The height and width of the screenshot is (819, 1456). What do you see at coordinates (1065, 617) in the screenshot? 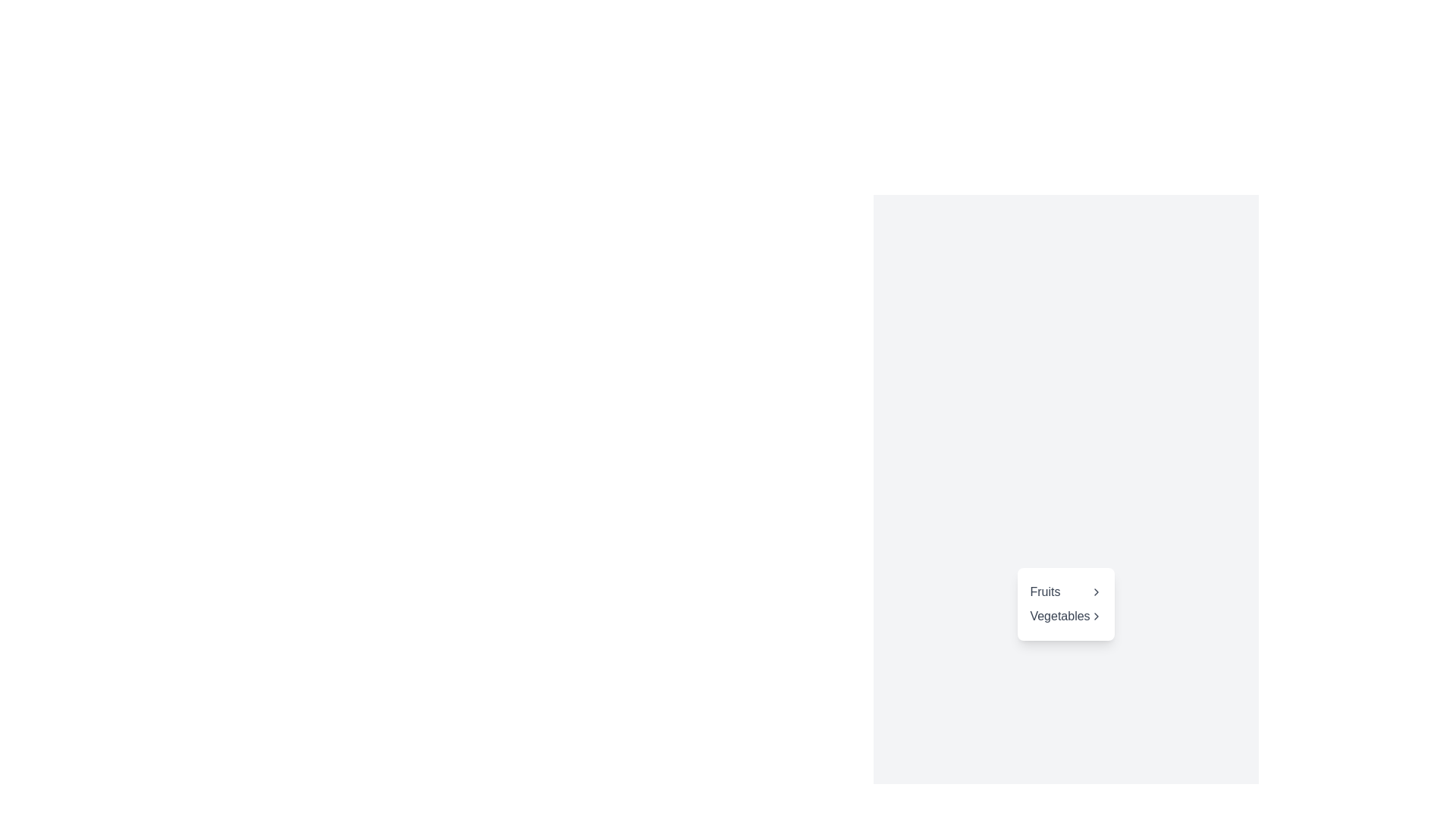
I see `on the second menu item labeled 'Vegetables' in the vertically stacked list of options` at bounding box center [1065, 617].